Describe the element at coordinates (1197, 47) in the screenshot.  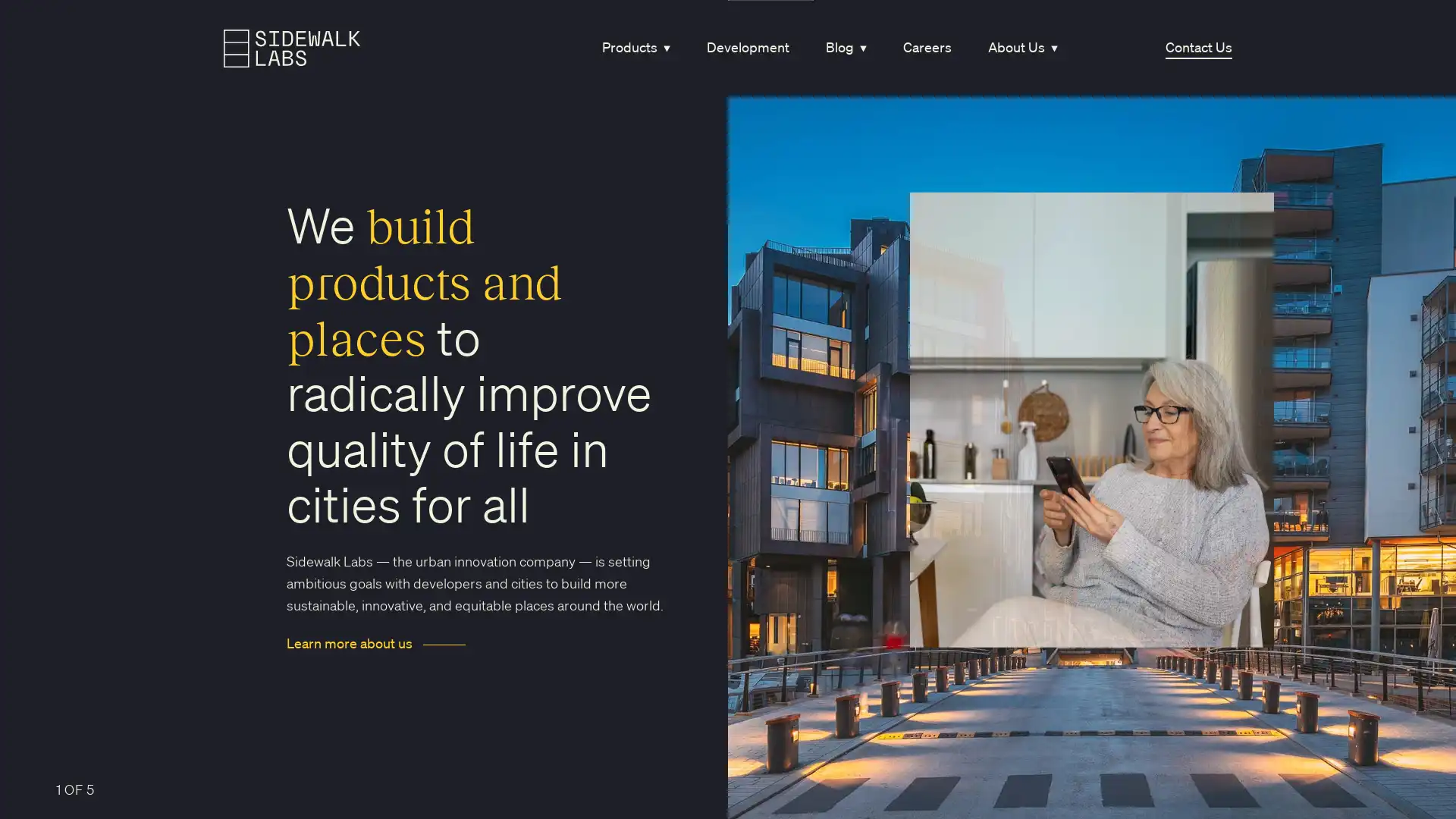
I see `Contact Us` at that location.